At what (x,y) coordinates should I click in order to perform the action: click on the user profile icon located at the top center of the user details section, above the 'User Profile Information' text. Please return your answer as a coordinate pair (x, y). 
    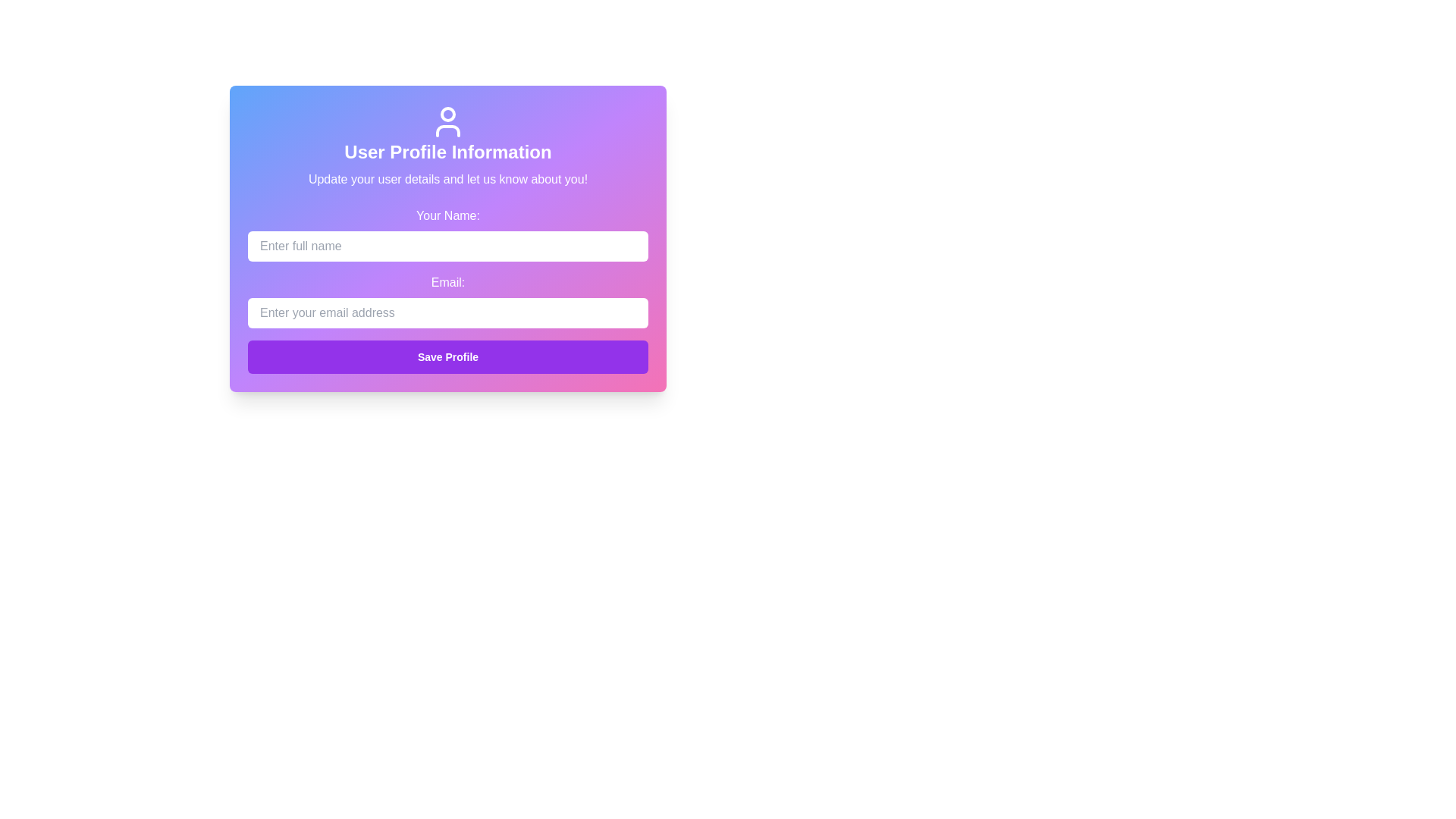
    Looking at the image, I should click on (447, 121).